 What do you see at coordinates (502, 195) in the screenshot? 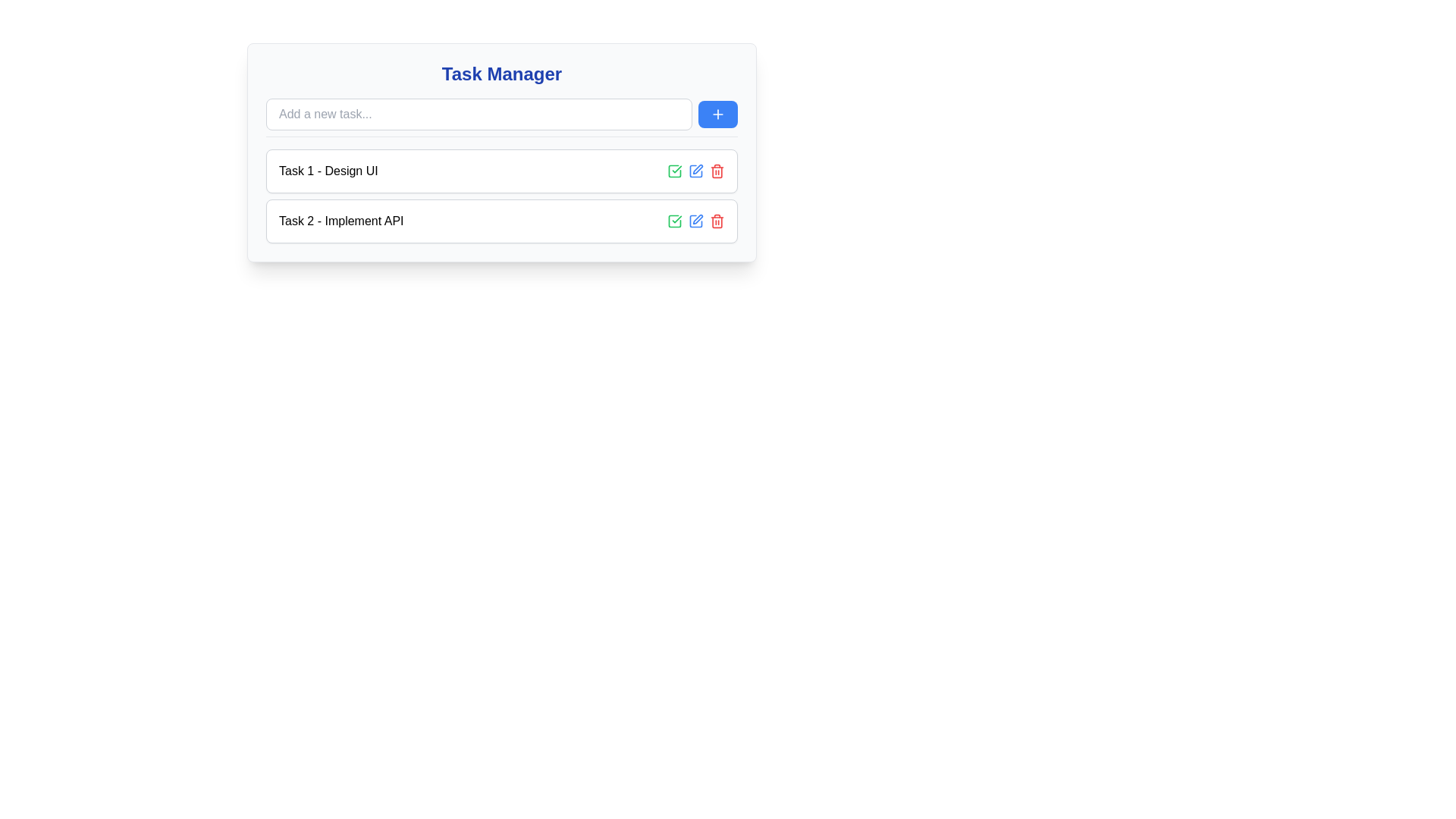
I see `the second task item in the Task Manager section` at bounding box center [502, 195].